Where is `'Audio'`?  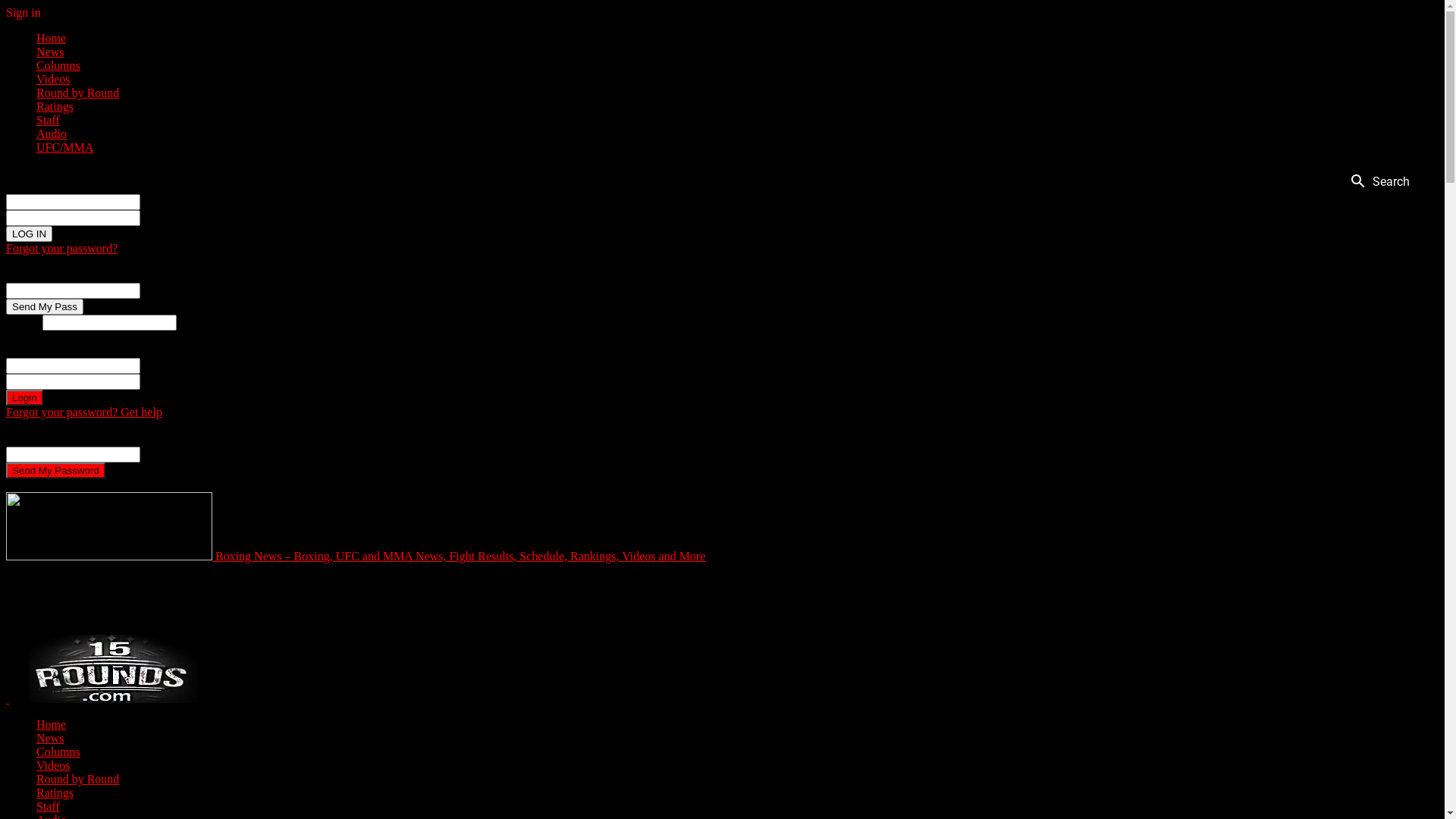
'Audio' is located at coordinates (51, 133).